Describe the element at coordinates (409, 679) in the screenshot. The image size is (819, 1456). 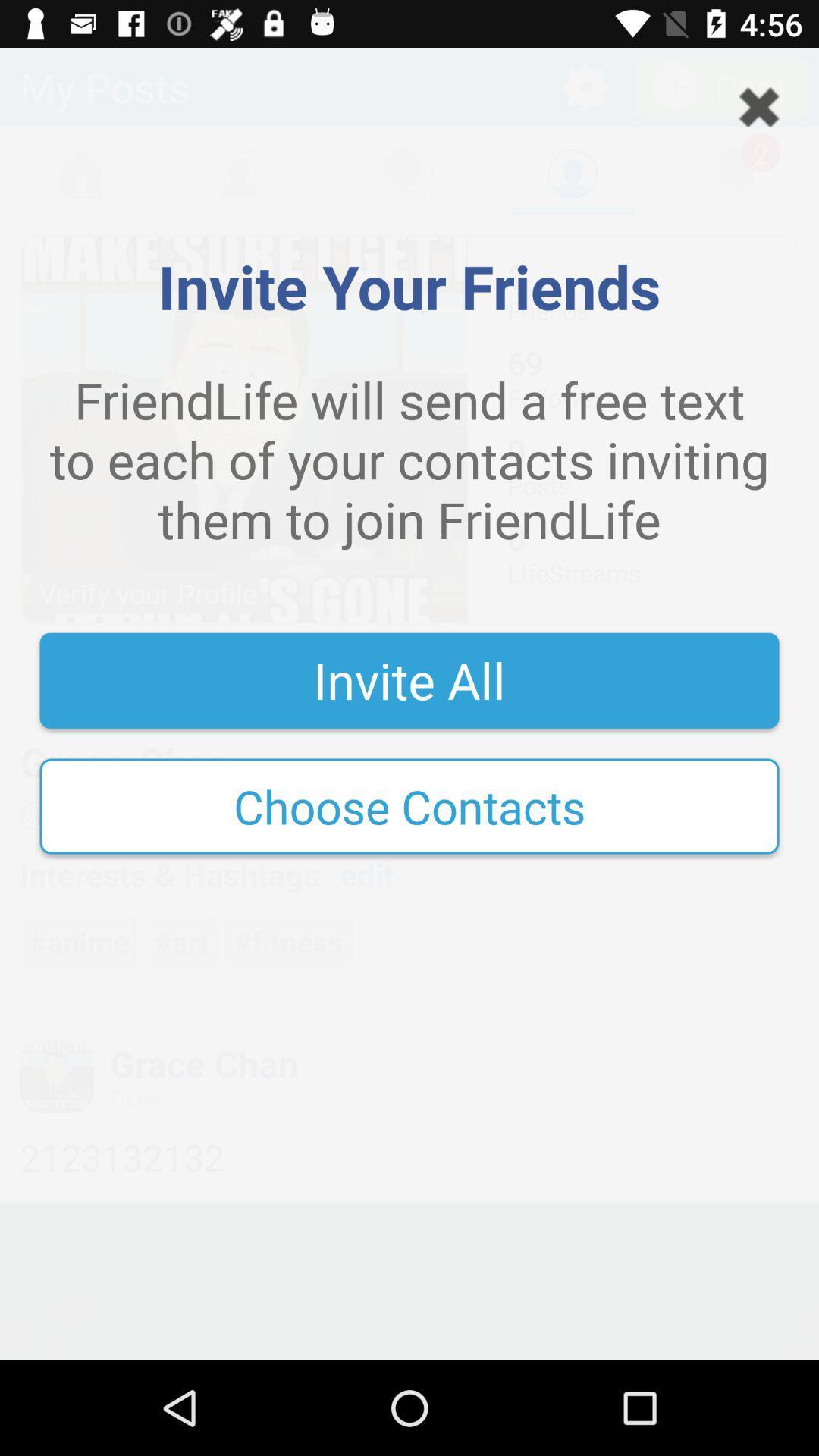
I see `invite all item` at that location.